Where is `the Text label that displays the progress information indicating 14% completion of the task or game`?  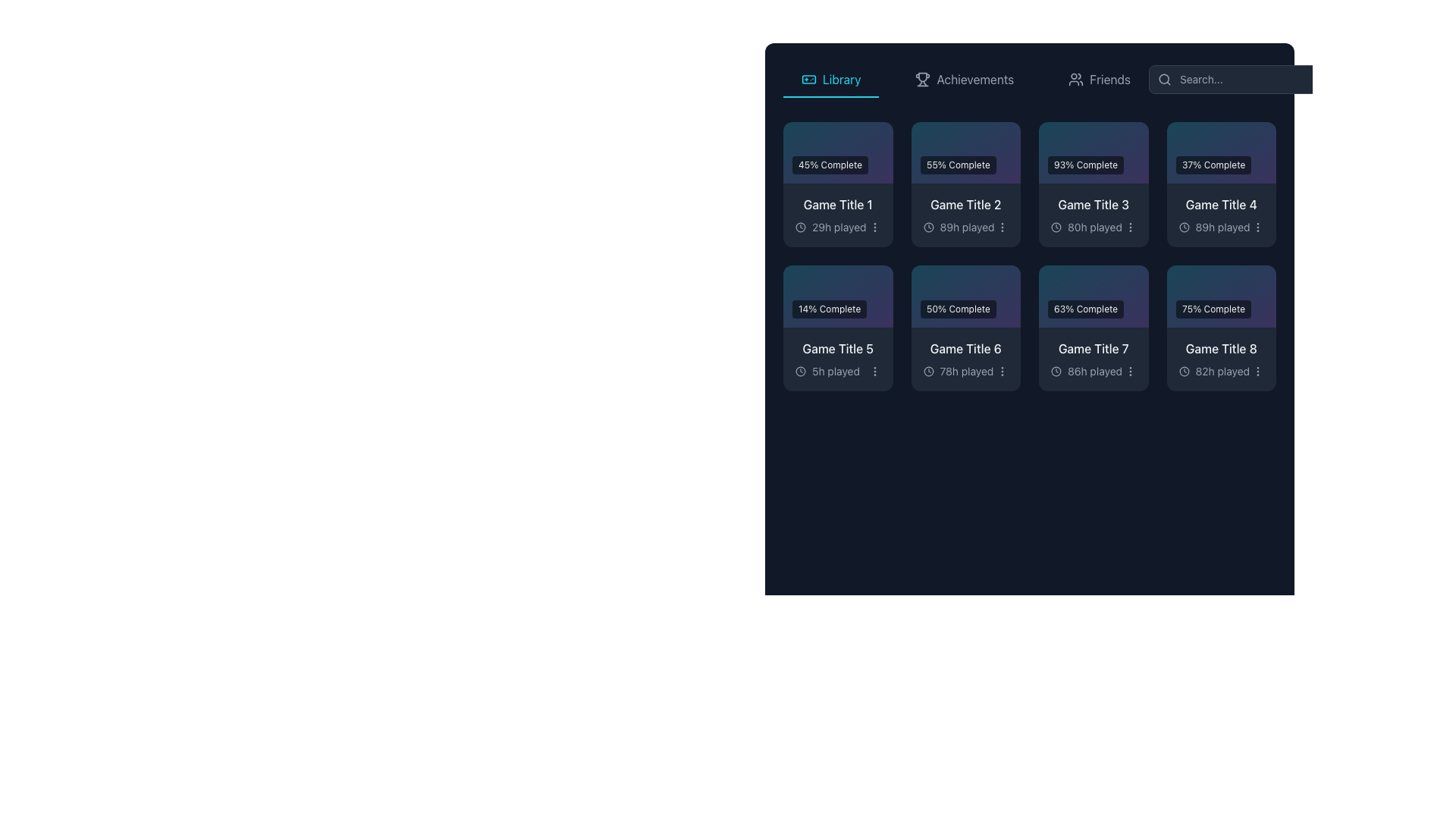 the Text label that displays the progress information indicating 14% completion of the task or game is located at coordinates (837, 296).